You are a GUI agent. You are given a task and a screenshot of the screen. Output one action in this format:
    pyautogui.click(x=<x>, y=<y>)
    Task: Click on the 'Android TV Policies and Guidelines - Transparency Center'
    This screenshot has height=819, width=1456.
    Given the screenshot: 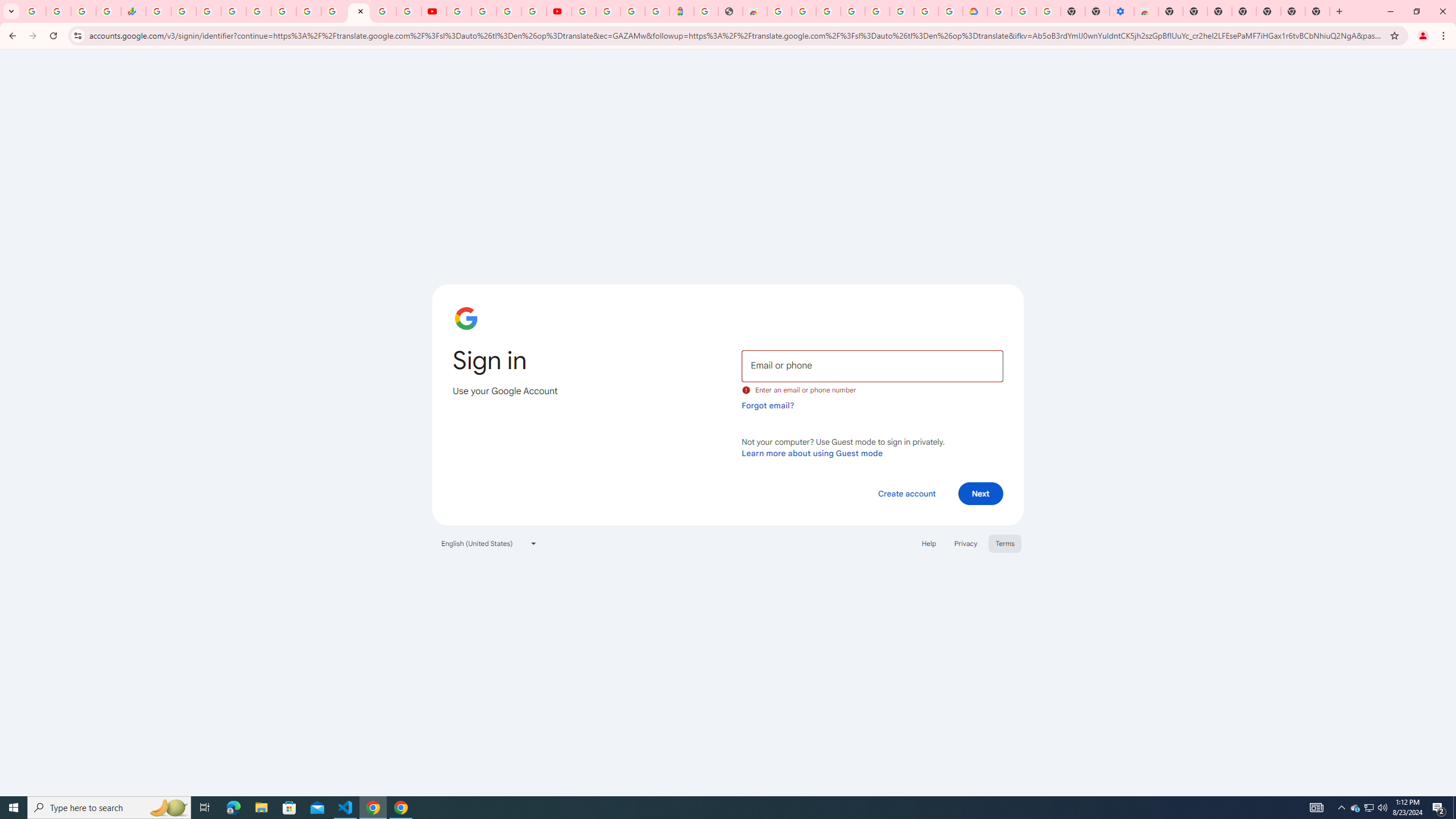 What is the action you would take?
    pyautogui.click(x=308, y=11)
    